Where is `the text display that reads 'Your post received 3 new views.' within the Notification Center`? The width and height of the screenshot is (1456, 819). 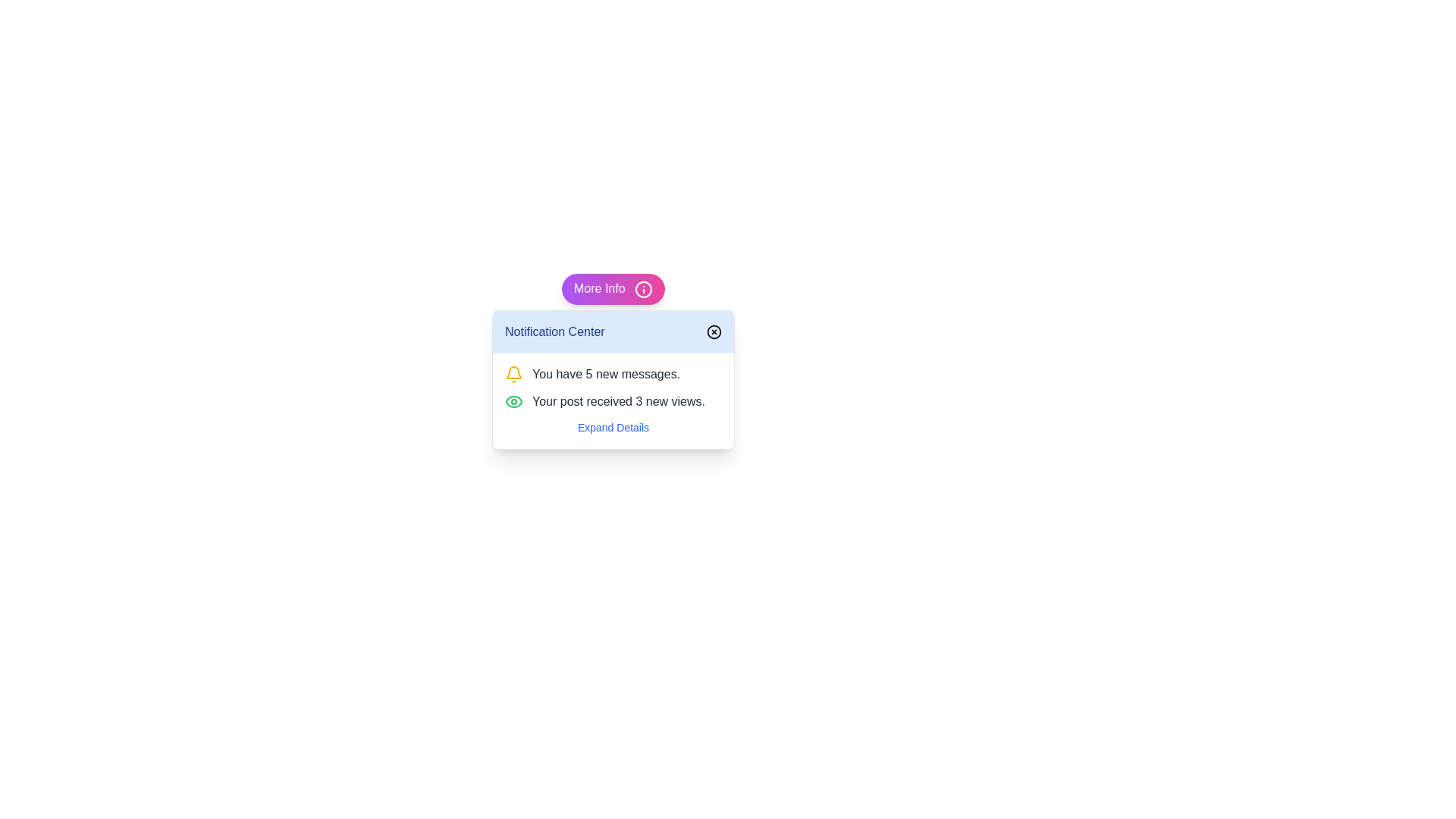
the text display that reads 'Your post received 3 new views.' within the Notification Center is located at coordinates (619, 400).